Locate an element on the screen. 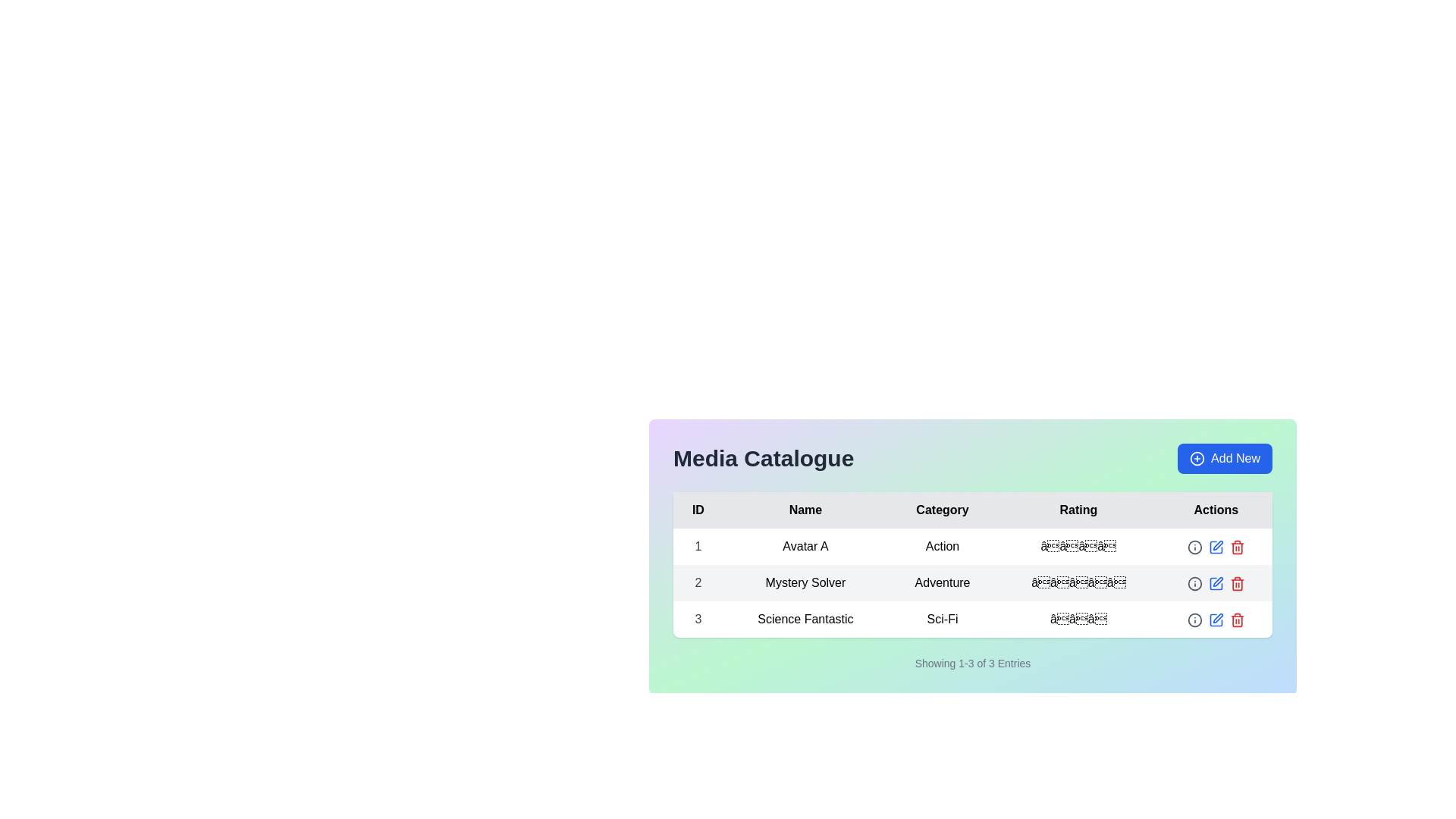 The height and width of the screenshot is (819, 1456). the informational icon located in the 'Actions' column of the first row in the table, which provides additional information about the item is located at coordinates (1194, 620).